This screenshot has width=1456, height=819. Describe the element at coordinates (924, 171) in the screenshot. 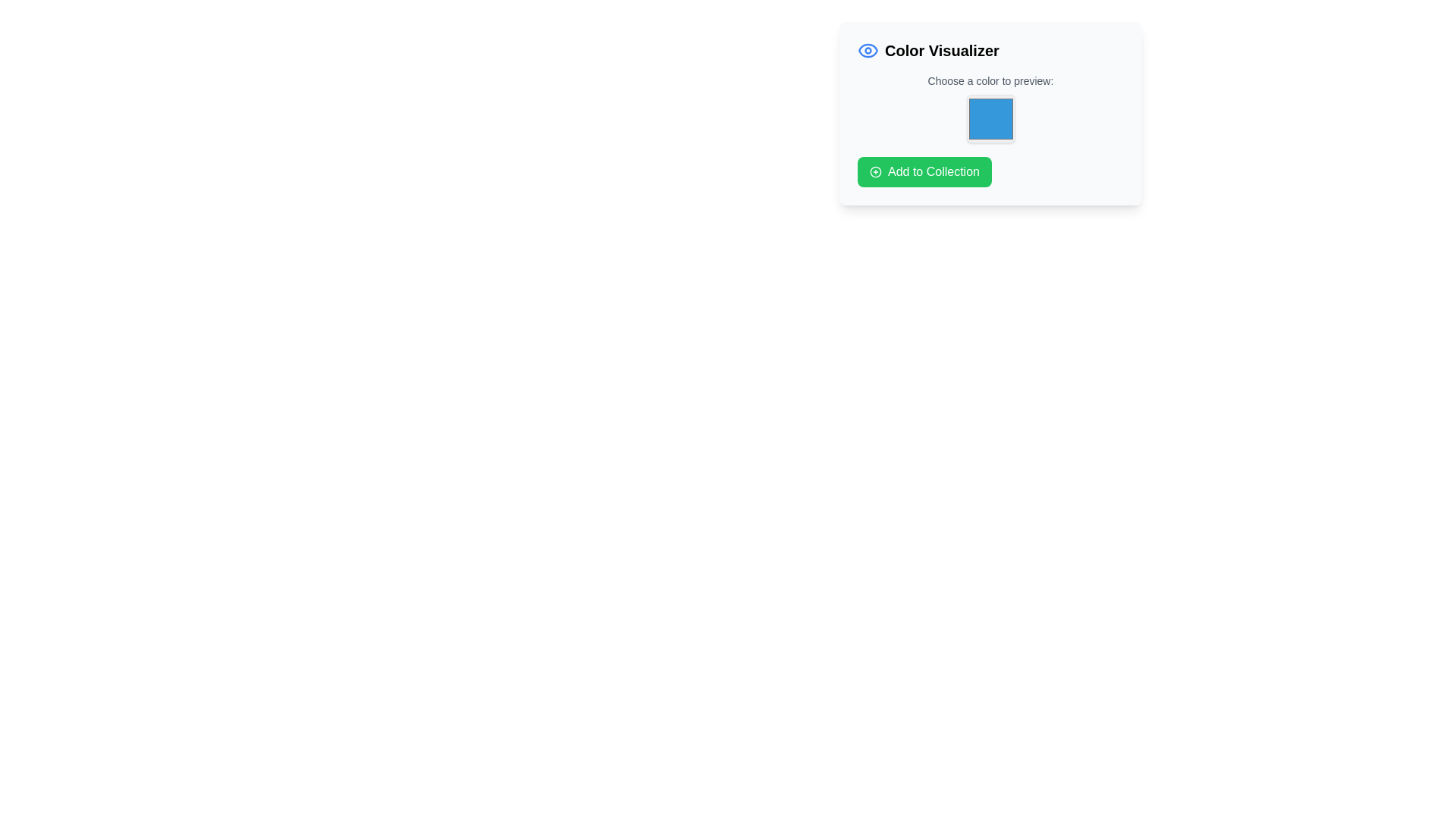

I see `the 'Add Color' button located at the bottom of the 'Color Visualizer' card` at that location.